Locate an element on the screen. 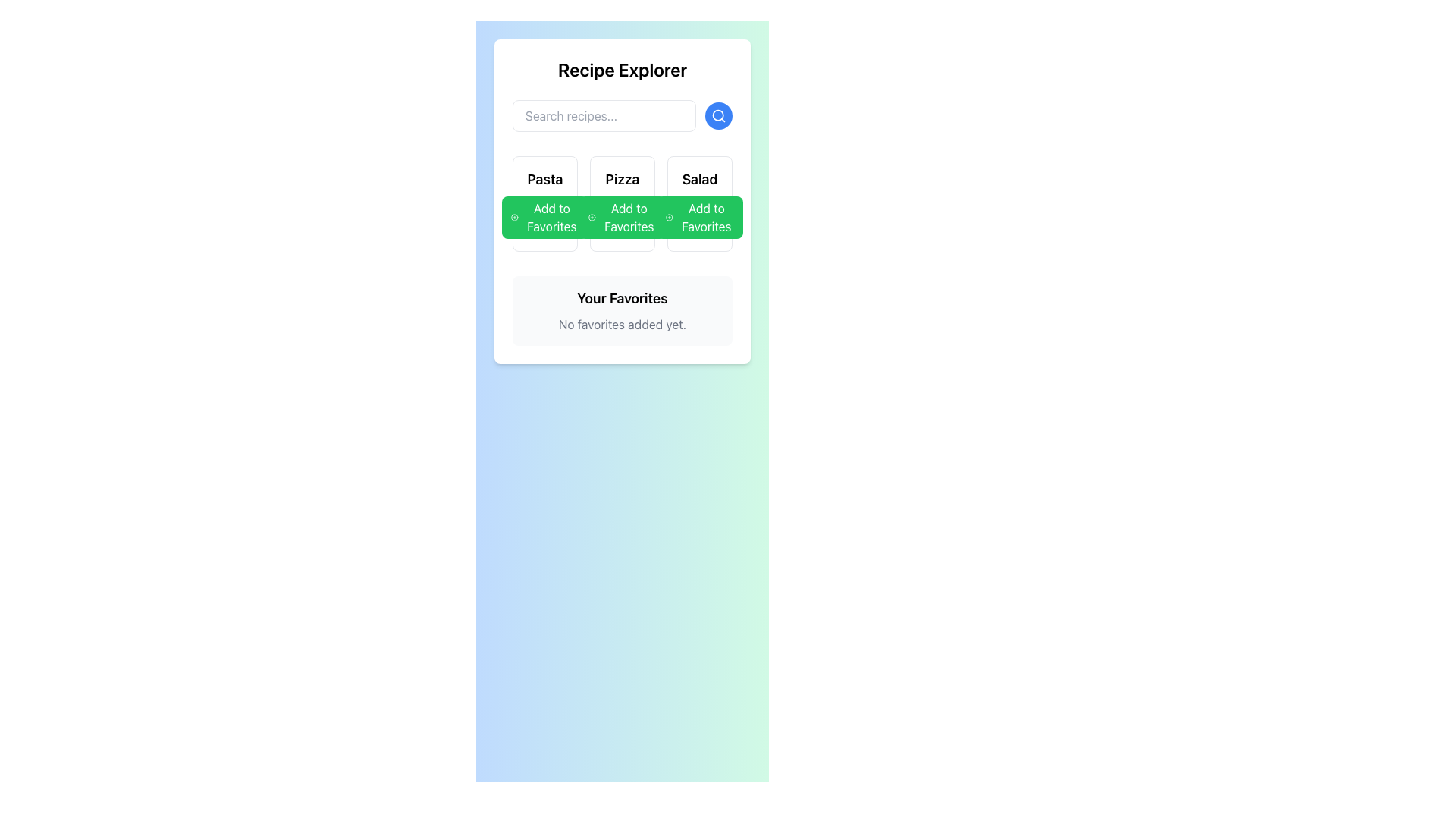 The image size is (1456, 819). the icon representing the action of adding an item to favorites, which is located inside the green action button for the 'Salad' category, to the left of the text 'Add to Favorites' is located at coordinates (669, 217).